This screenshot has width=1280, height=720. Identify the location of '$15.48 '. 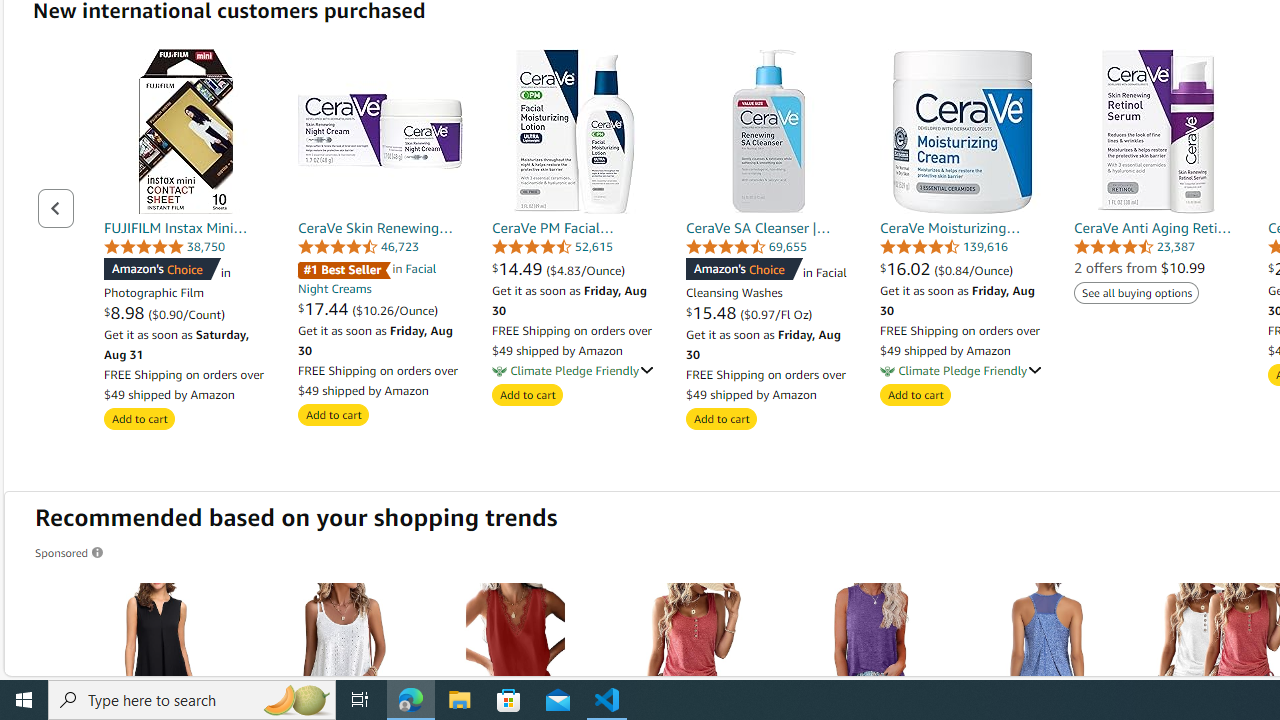
(713, 312).